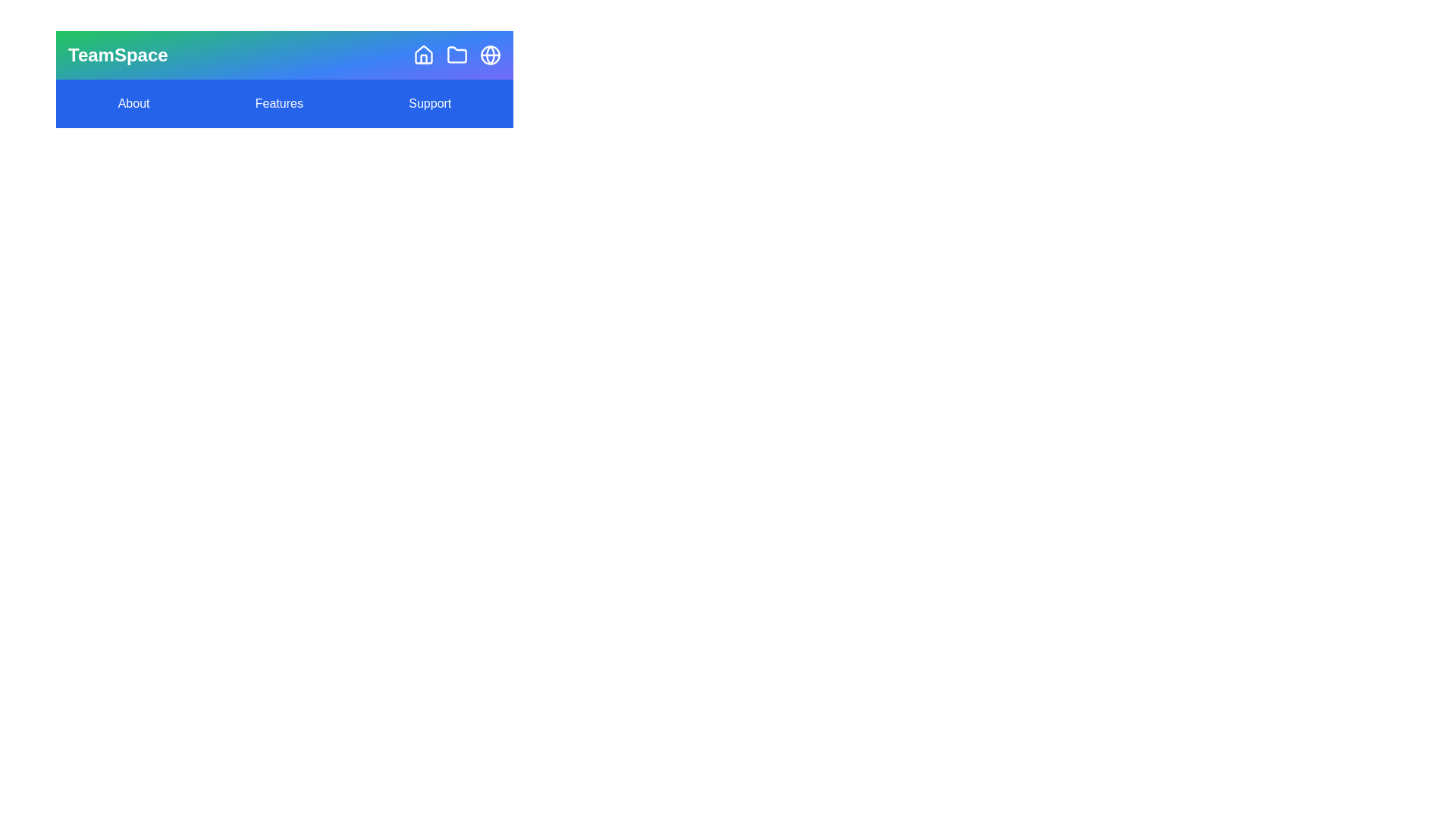  I want to click on the 'Projects' icon to view projects, so click(457, 55).